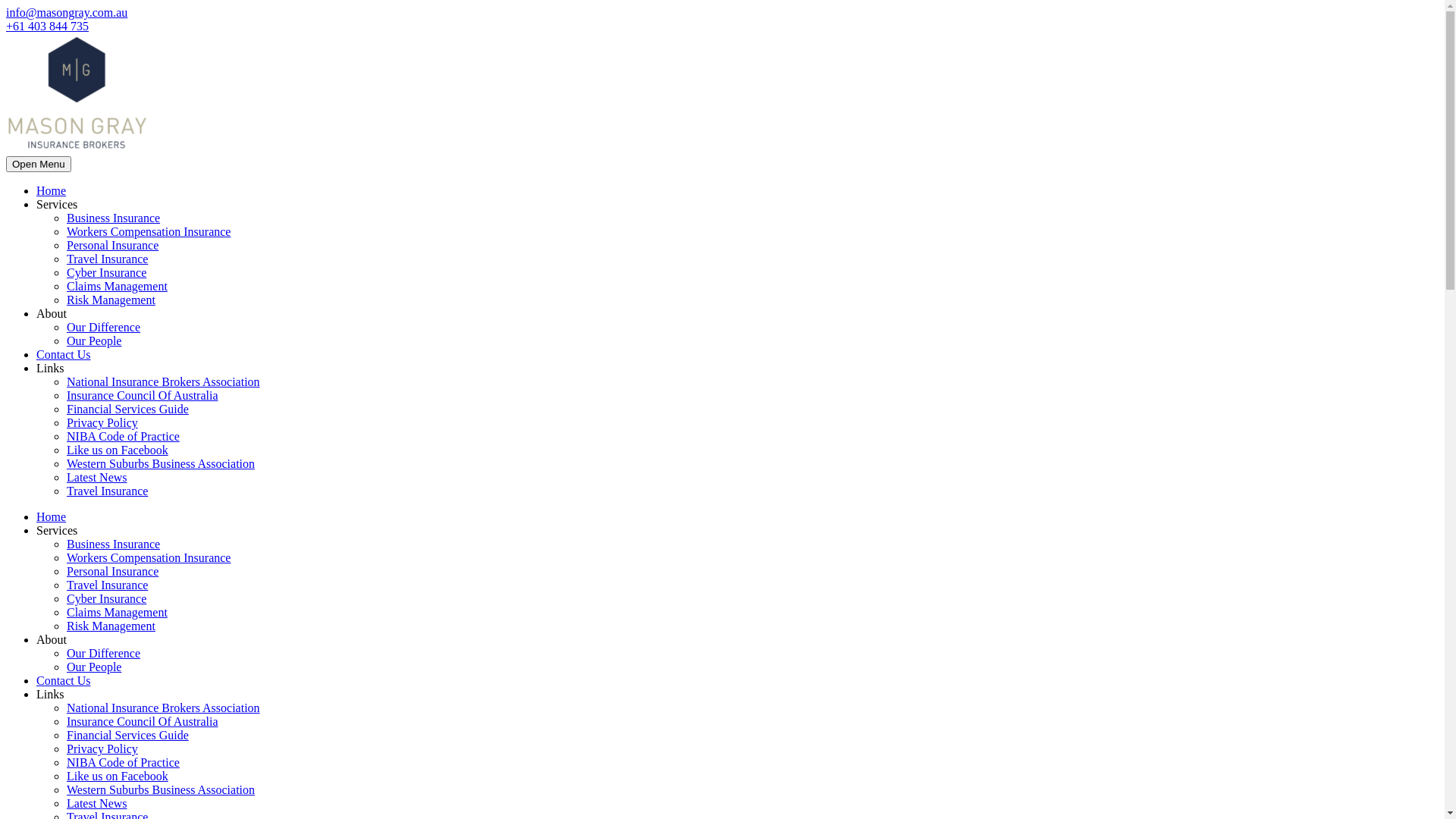 The image size is (1456, 819). Describe the element at coordinates (106, 258) in the screenshot. I see `'Travel Insurance'` at that location.